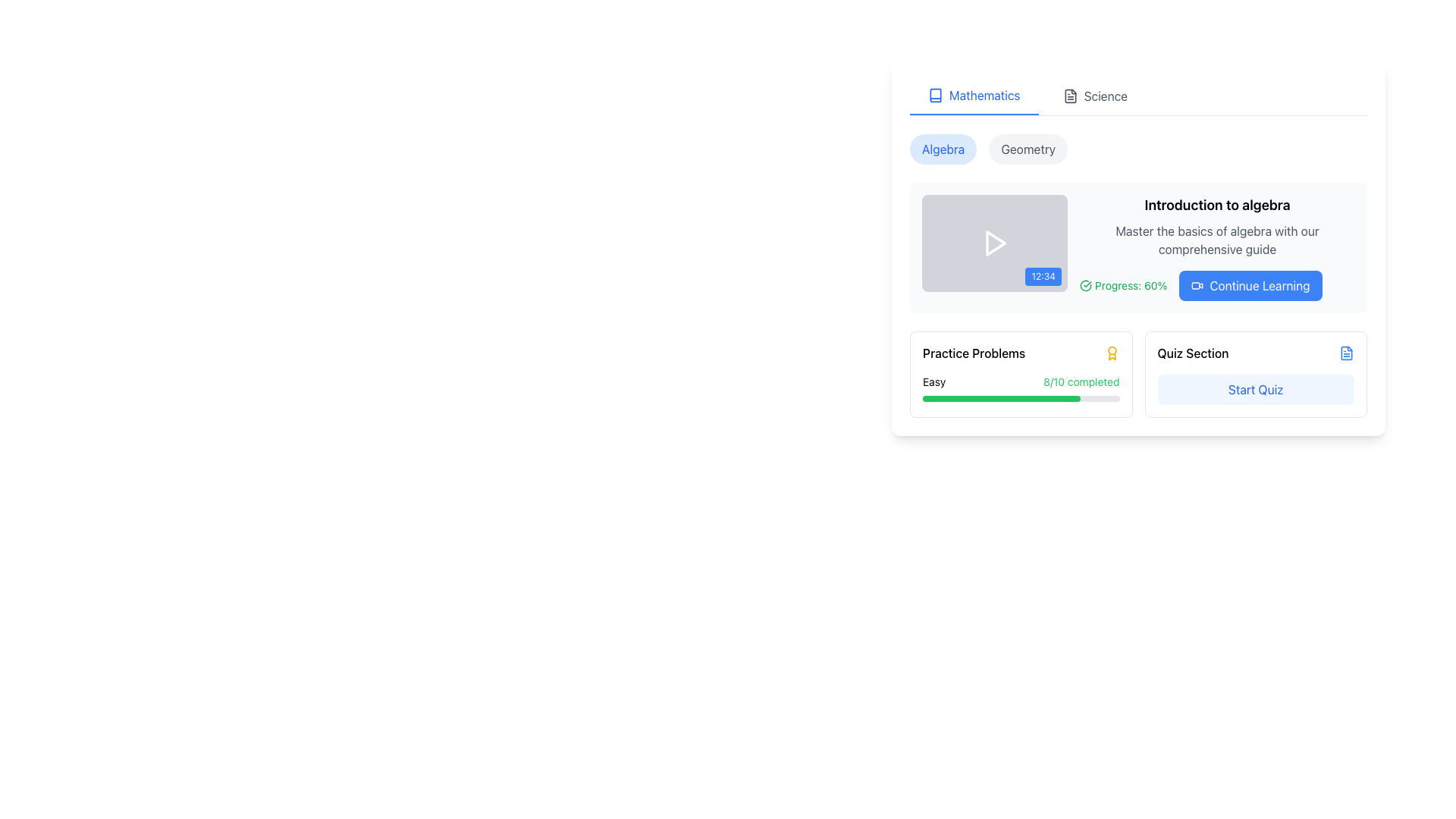  I want to click on the visual representation of the video feature by interacting with the 'Continue Learning' button's icon, which is positioned center-right and left-aligned within the button, so click(1197, 286).